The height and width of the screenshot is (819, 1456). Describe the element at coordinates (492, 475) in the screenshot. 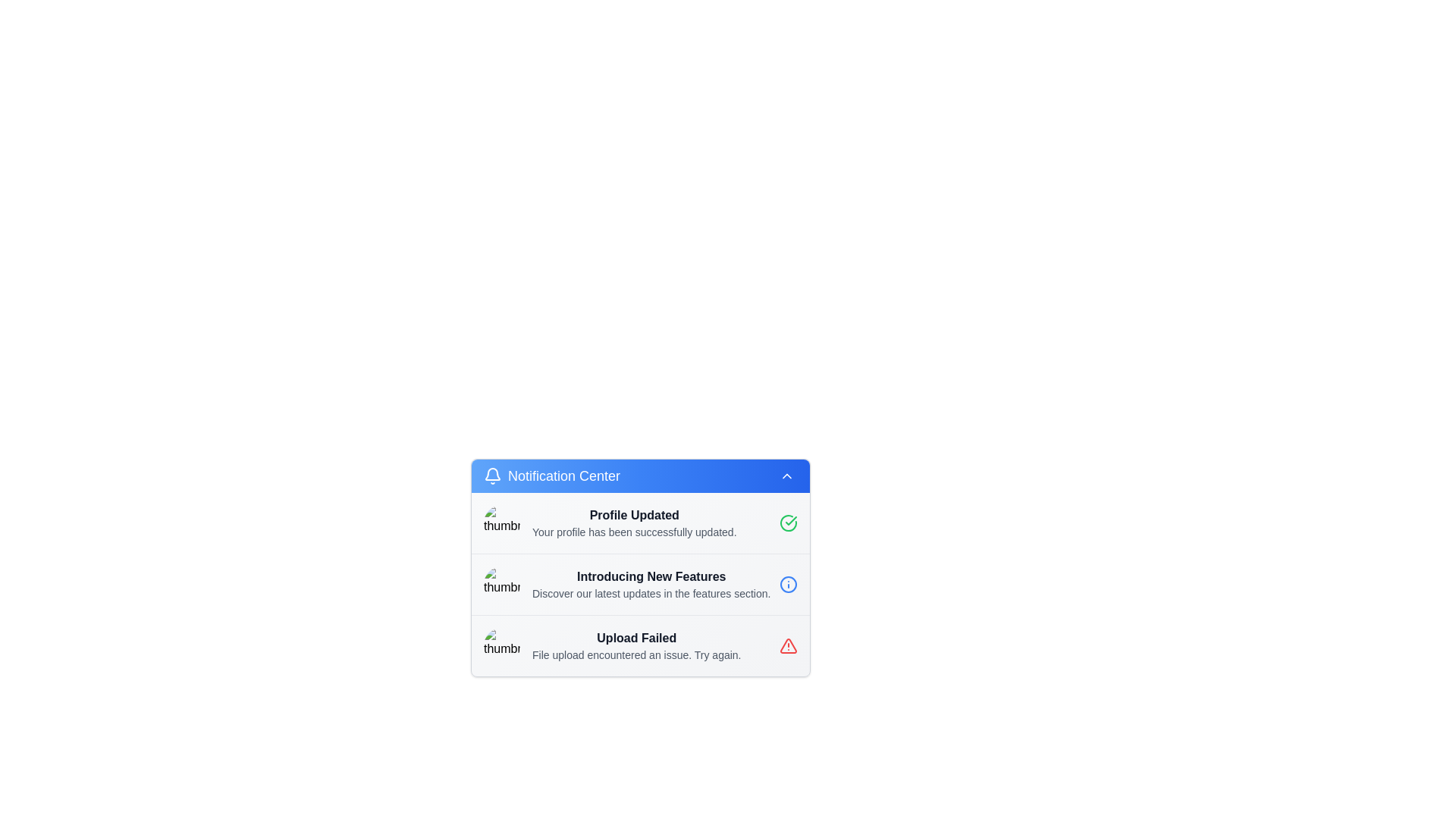

I see `the Notification Bell icon, which is styled to represent notifications and is located on the left side of the 'Notification Center' header` at that location.